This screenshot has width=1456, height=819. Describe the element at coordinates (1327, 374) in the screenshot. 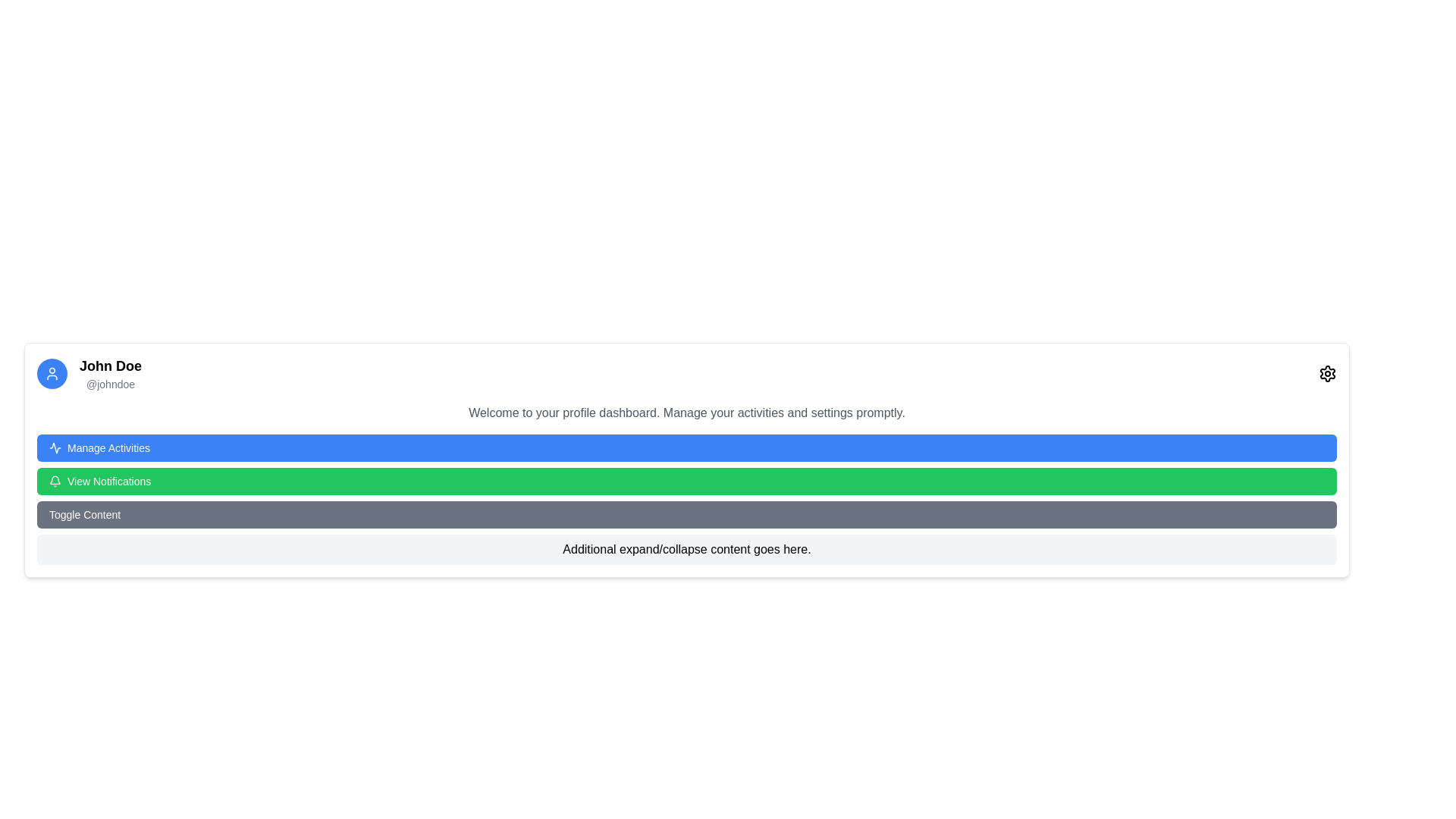

I see `the gear-shaped settings icon located in the upper right corner of the user information card` at that location.